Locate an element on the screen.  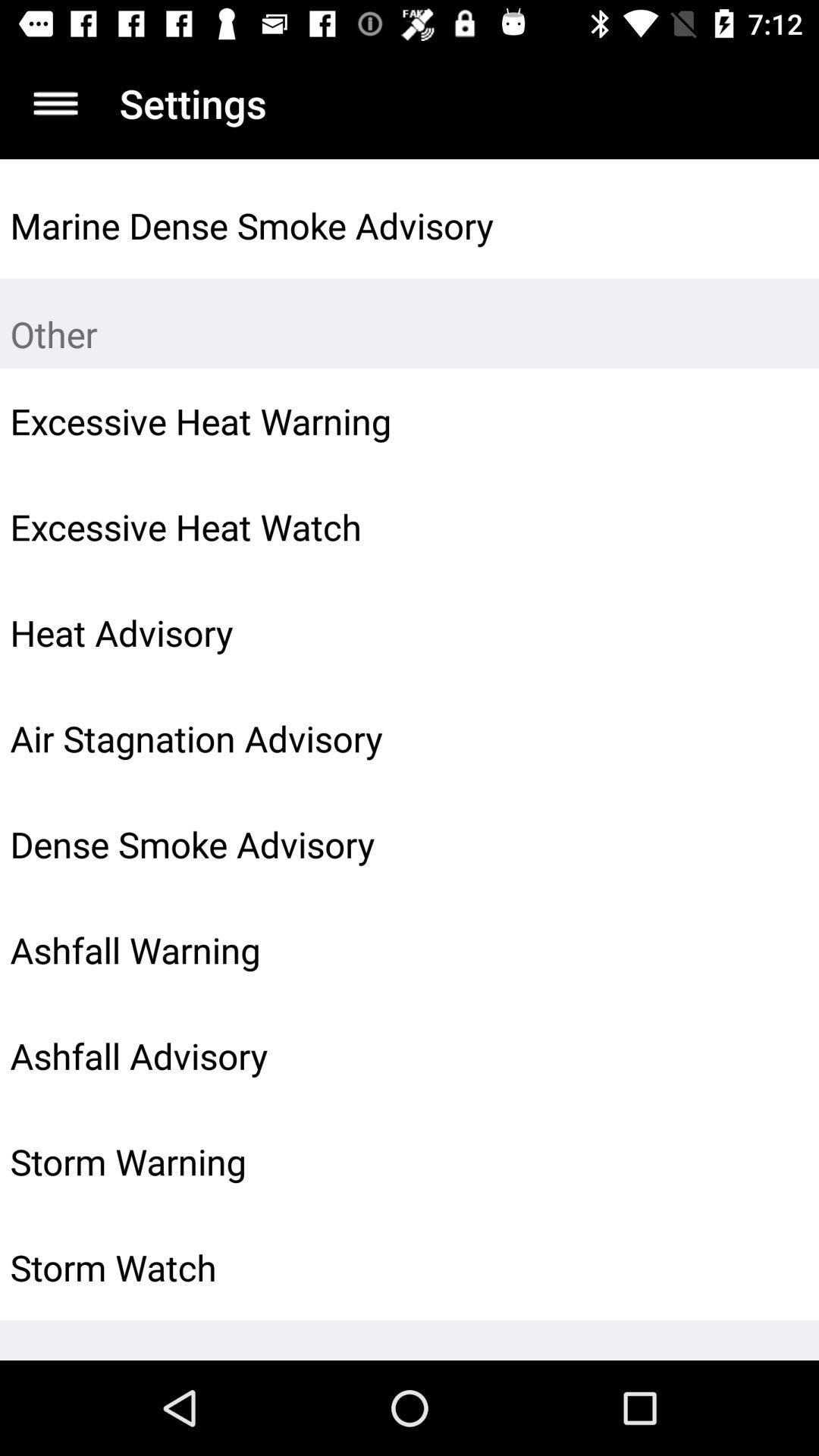
item next to the dense smoke advisory item is located at coordinates (771, 843).